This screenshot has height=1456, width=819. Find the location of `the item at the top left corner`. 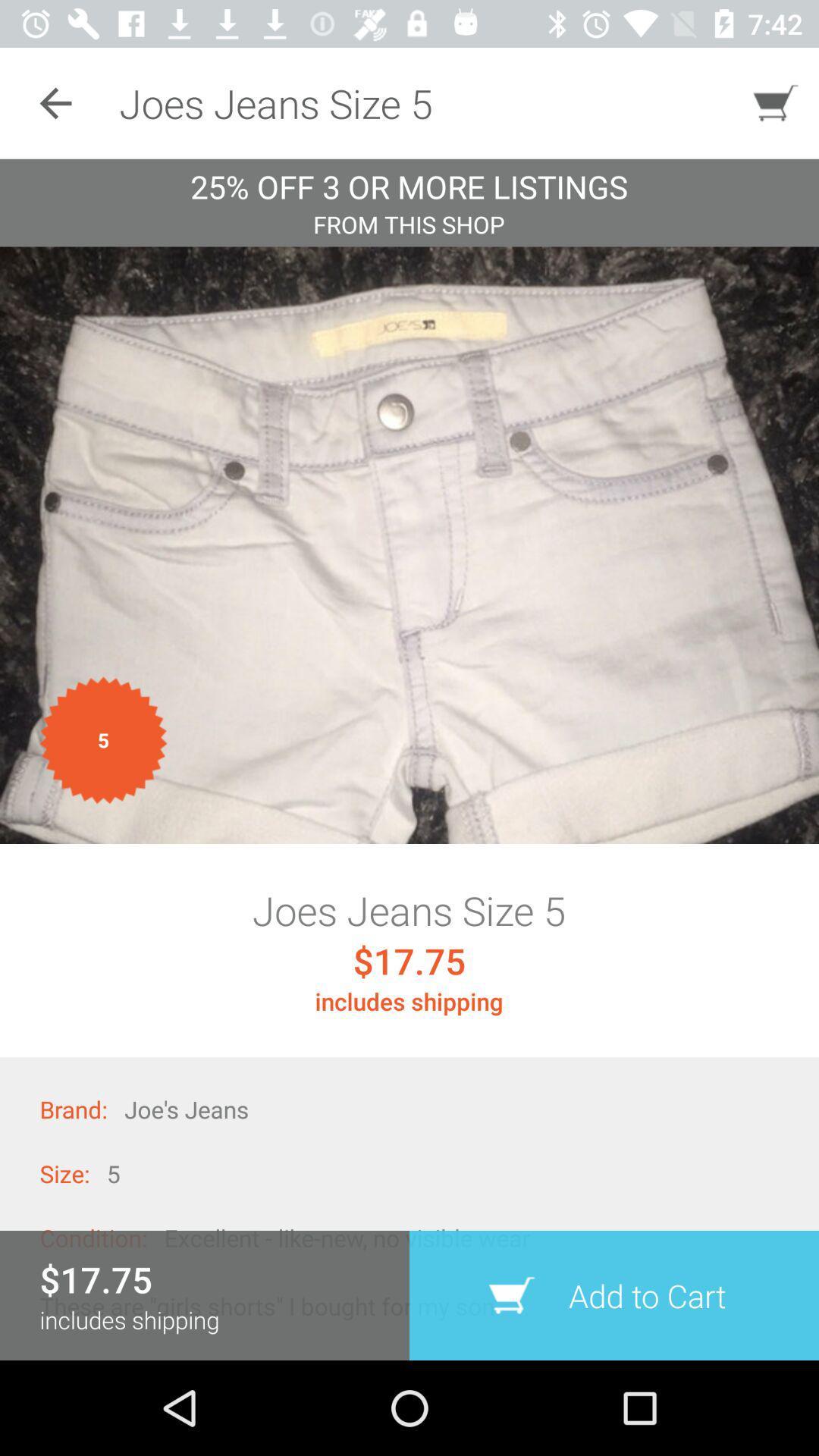

the item at the top left corner is located at coordinates (55, 102).